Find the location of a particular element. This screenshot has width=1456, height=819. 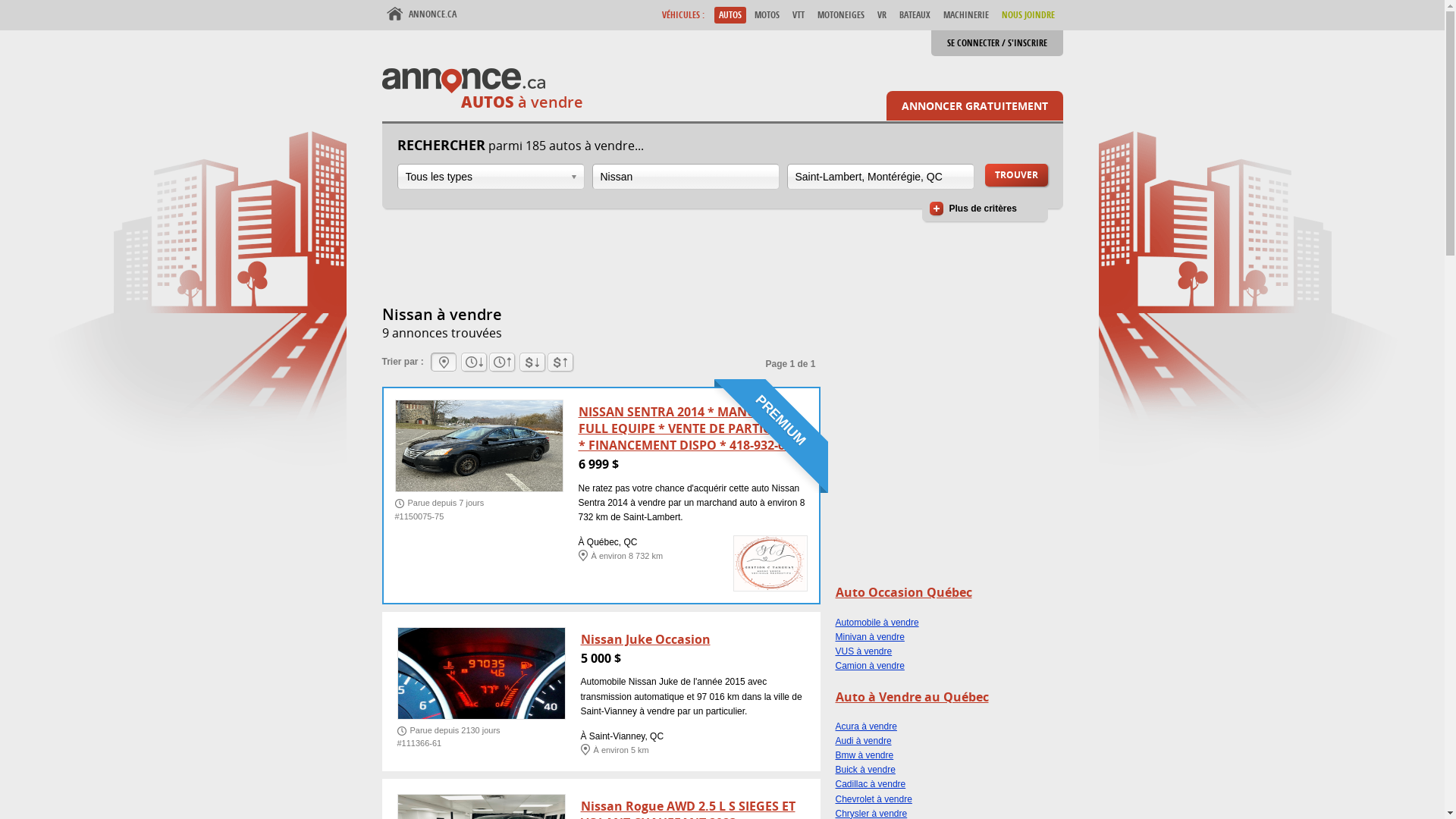

'MACHINERIE' is located at coordinates (965, 14).